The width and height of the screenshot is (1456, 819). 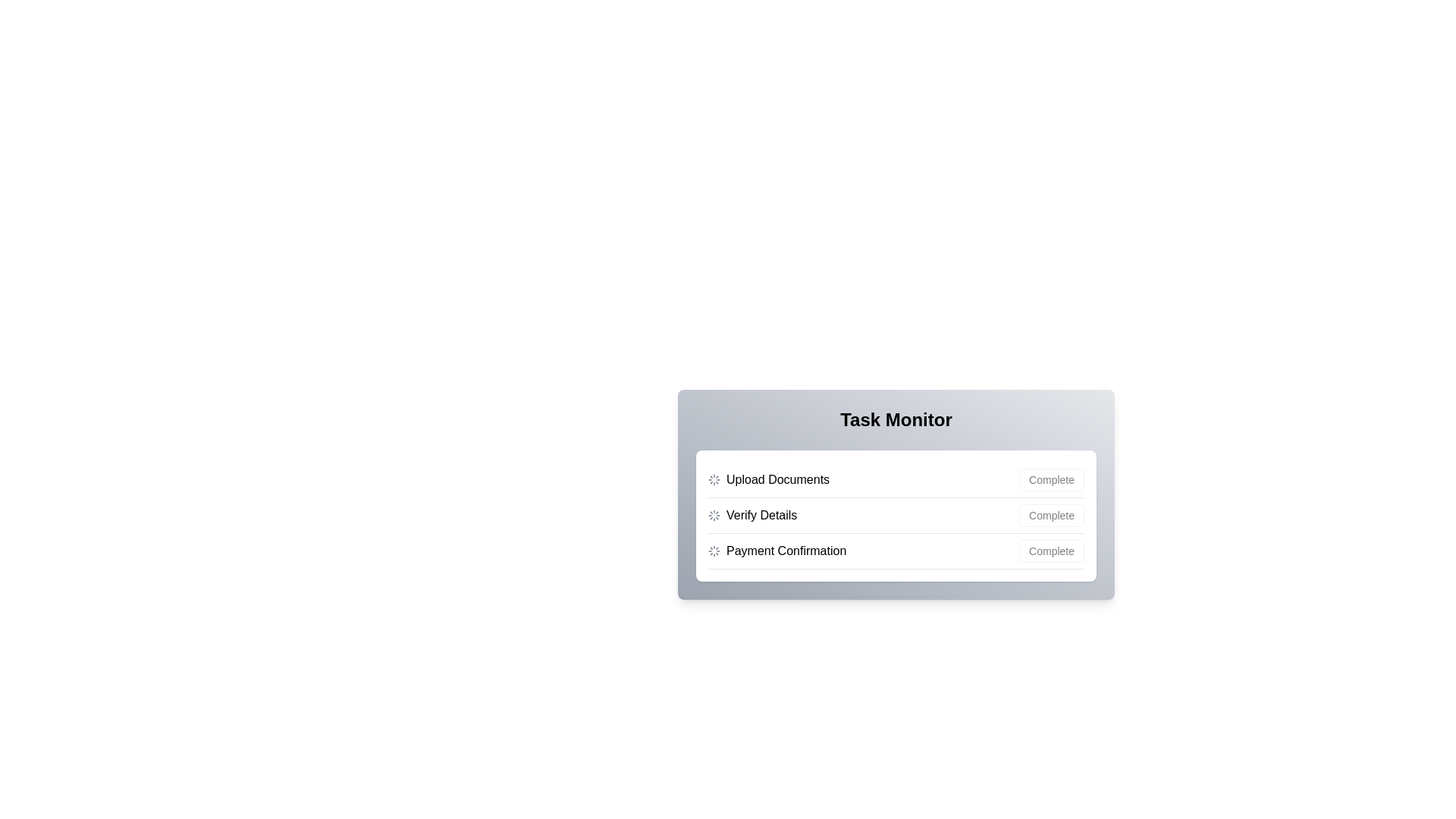 What do you see at coordinates (752, 514) in the screenshot?
I see `the spinner icon located in the 'Verify Details' list item in the 'Task Monitor' interface, which is positioned under 'Upload Documents' and above 'Payment Confirmation'` at bounding box center [752, 514].